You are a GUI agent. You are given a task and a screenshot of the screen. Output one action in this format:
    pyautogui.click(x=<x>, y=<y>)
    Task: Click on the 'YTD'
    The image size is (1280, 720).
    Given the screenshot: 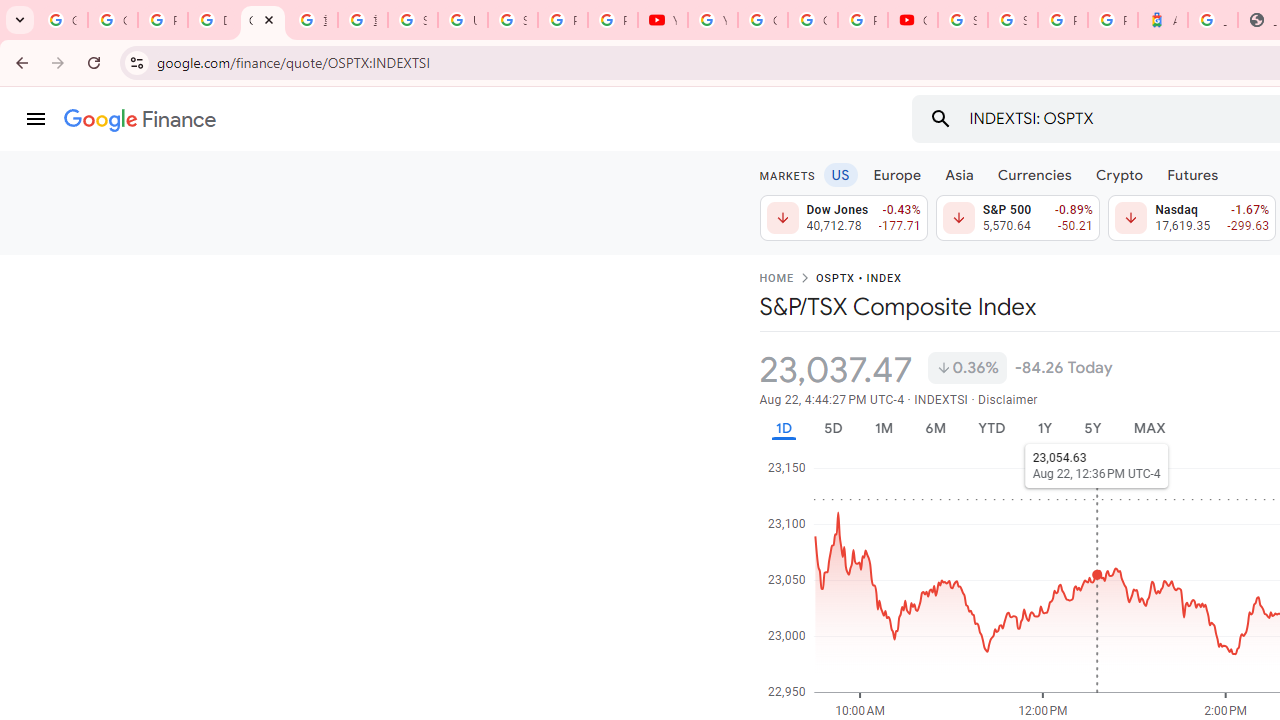 What is the action you would take?
    pyautogui.click(x=991, y=427)
    